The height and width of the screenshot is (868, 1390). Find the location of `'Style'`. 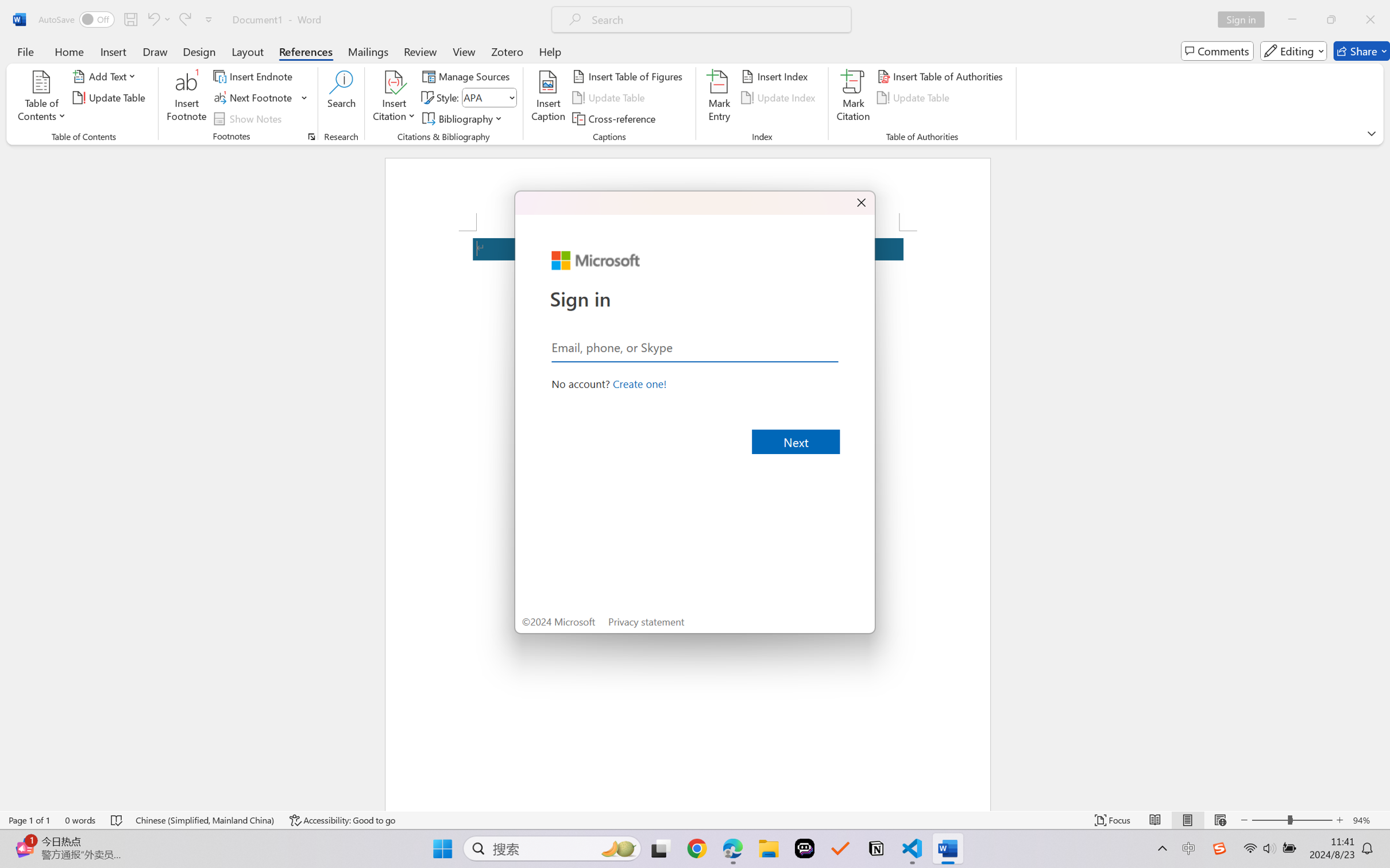

'Style' is located at coordinates (489, 98).